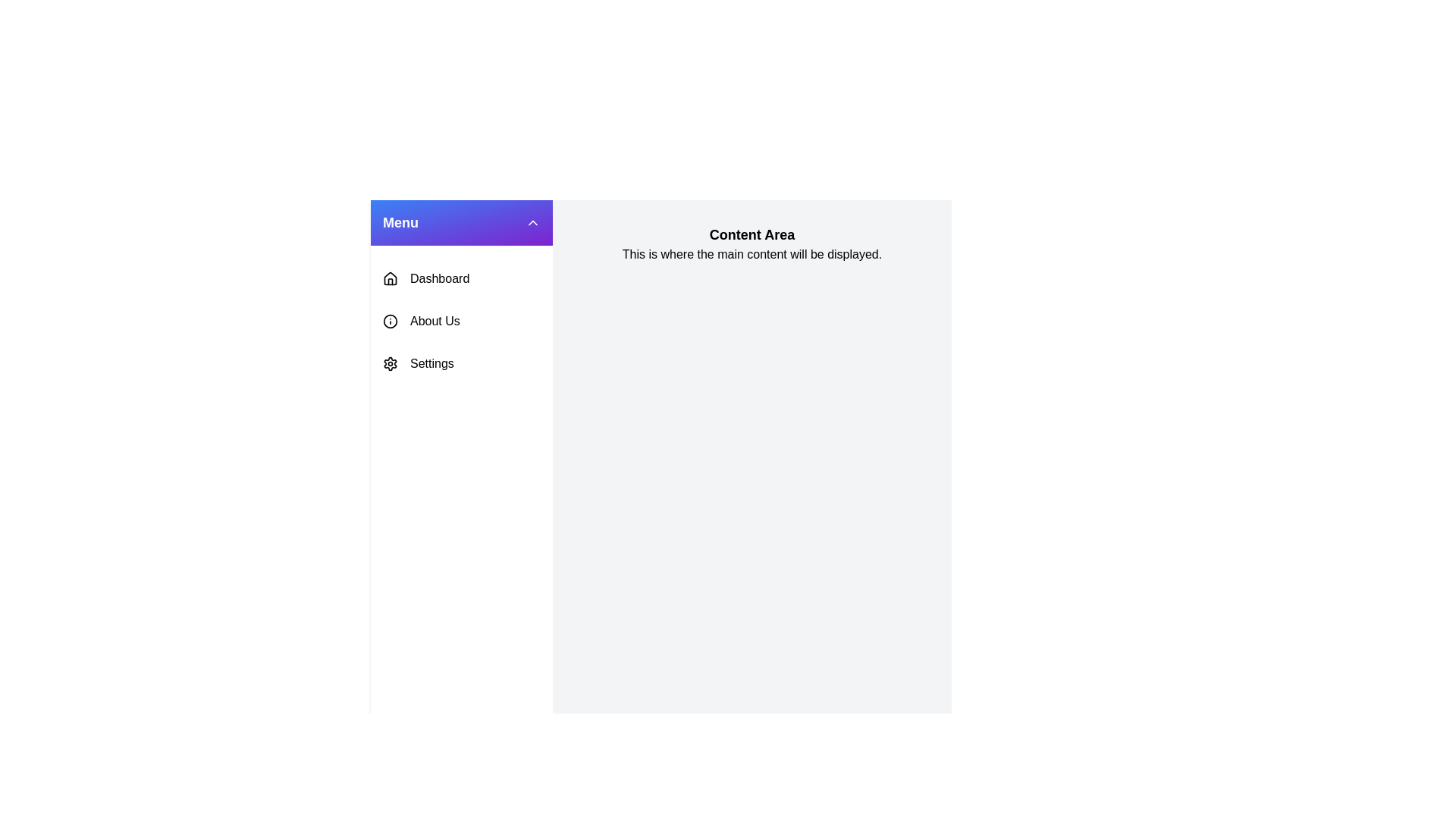  I want to click on the menu item Dashboard from the sidebar, so click(461, 278).